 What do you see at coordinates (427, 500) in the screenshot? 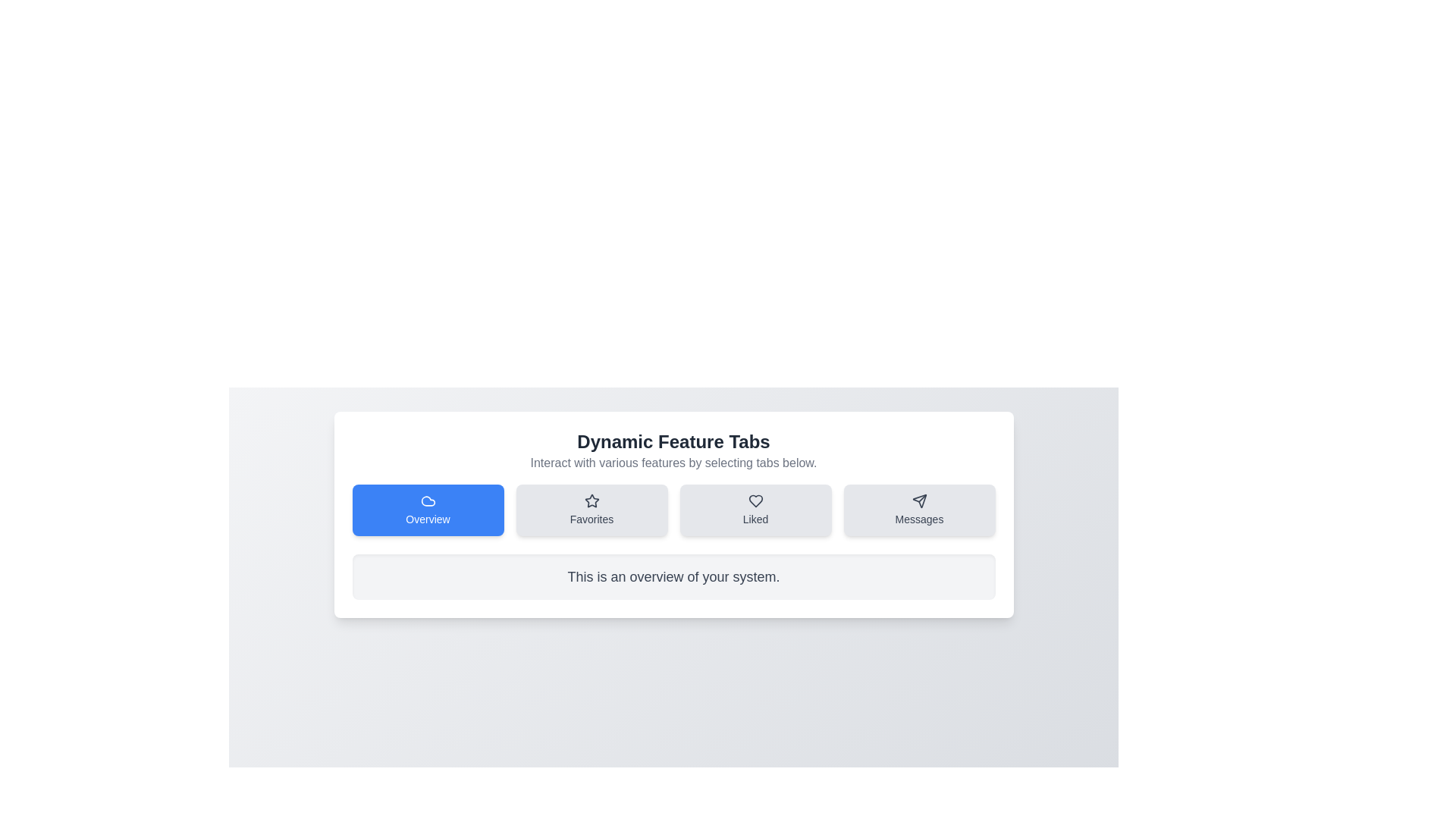
I see `the small blue cloud-like icon located above the 'Overview' text on the blue rectangular button in the navigation bar` at bounding box center [427, 500].